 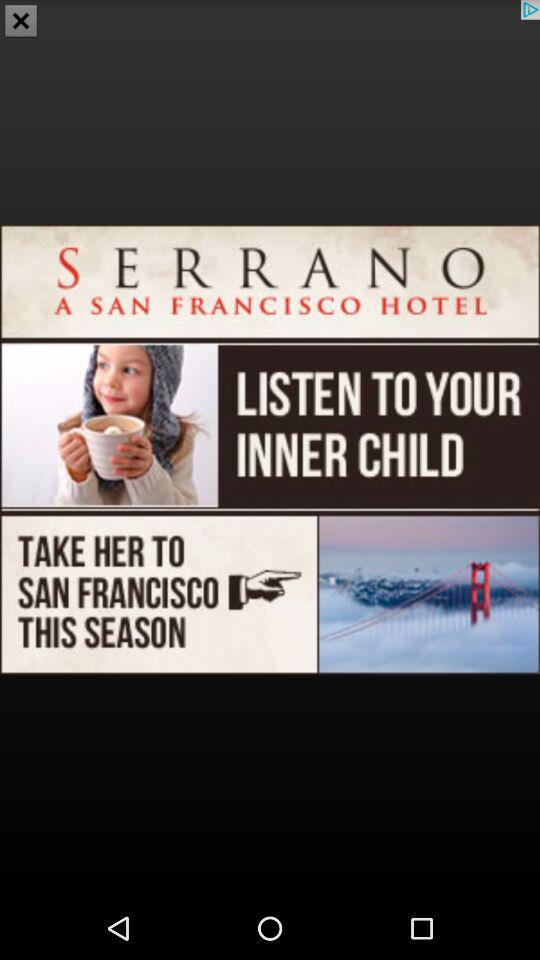 What do you see at coordinates (20, 21) in the screenshot?
I see `the close icon` at bounding box center [20, 21].